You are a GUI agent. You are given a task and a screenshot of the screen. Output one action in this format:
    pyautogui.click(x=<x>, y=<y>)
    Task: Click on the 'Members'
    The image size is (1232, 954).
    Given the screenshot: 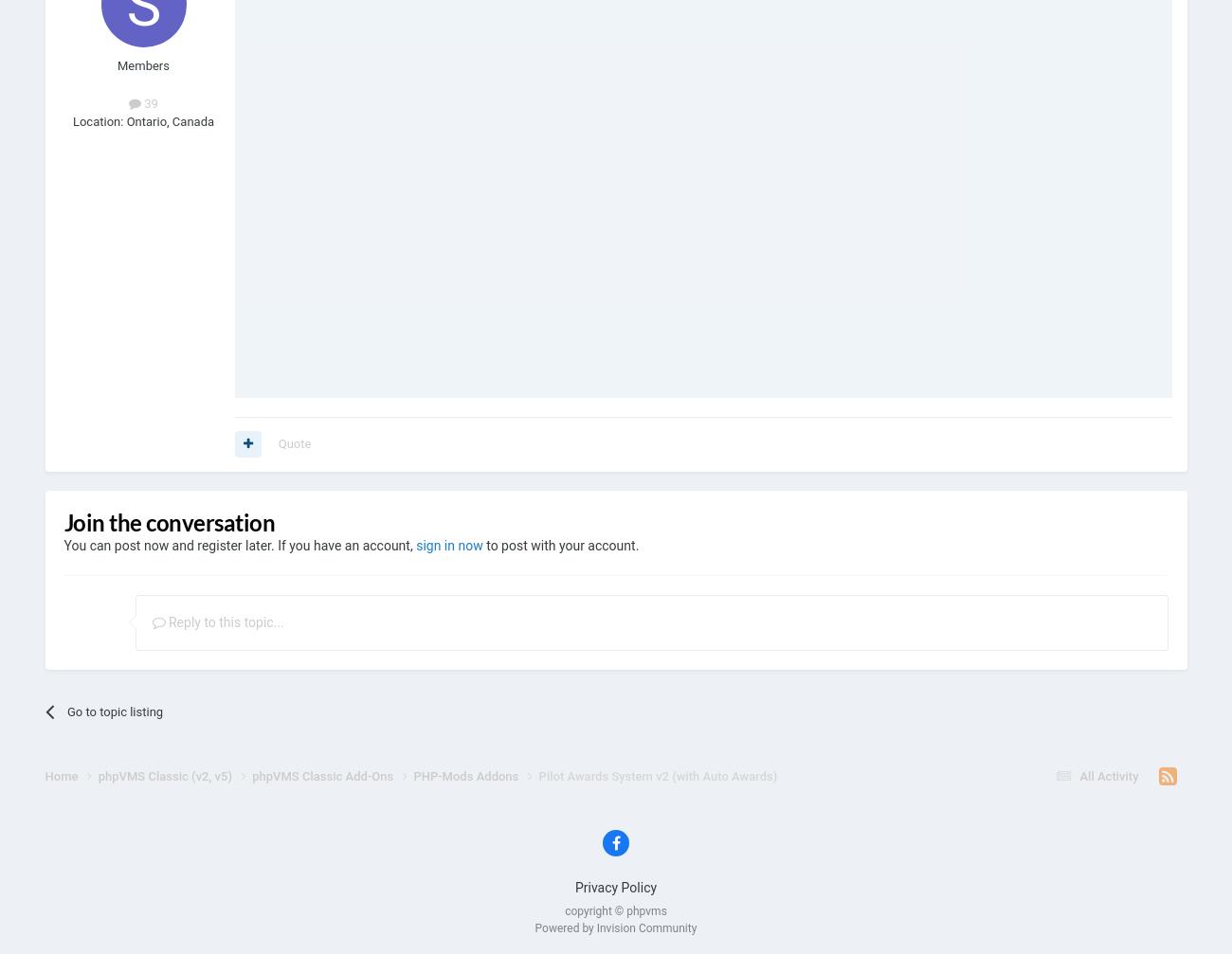 What is the action you would take?
    pyautogui.click(x=117, y=65)
    